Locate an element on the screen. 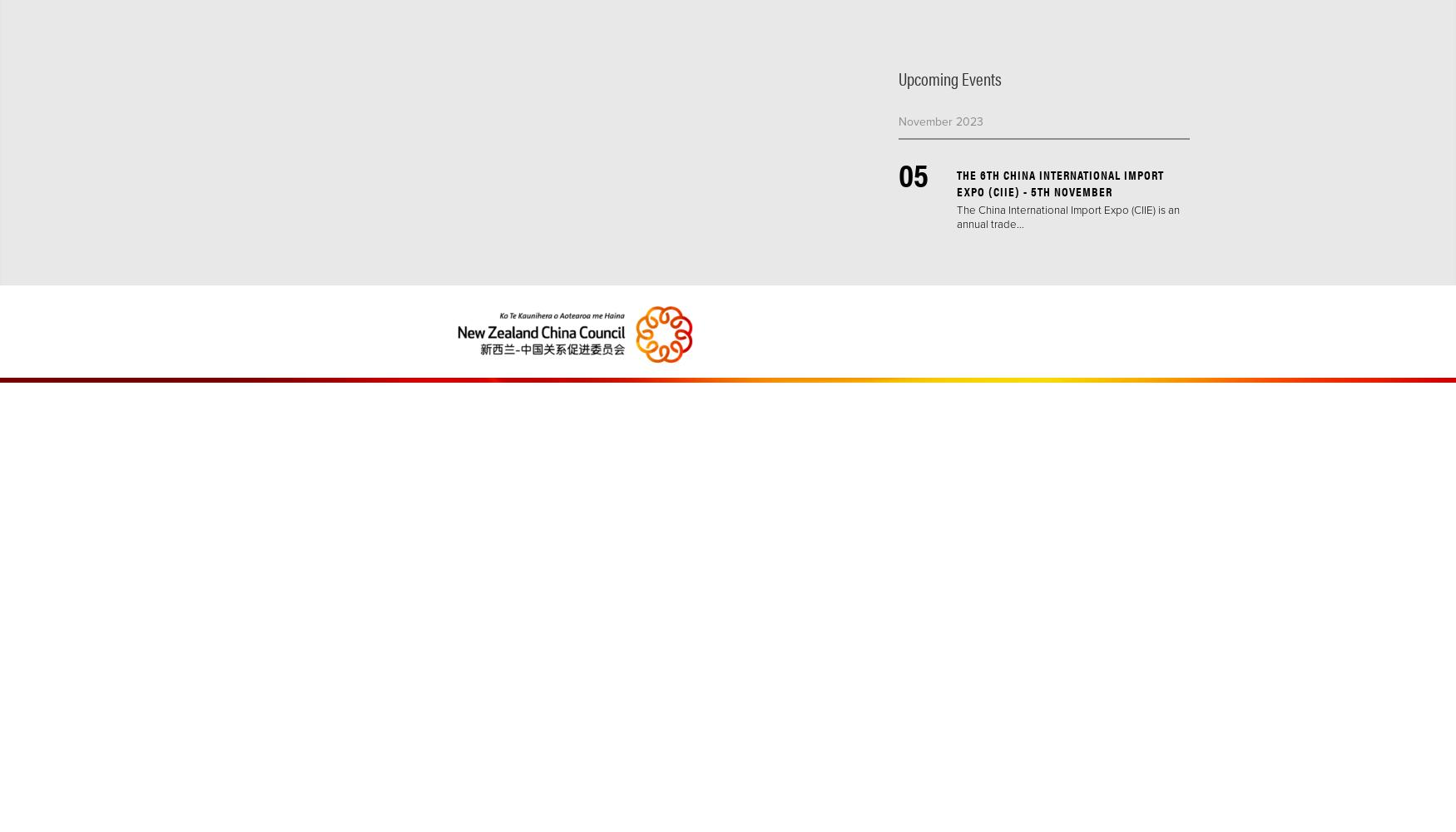 The height and width of the screenshot is (832, 1456). 'The 6th China International Import Expo (CIIE) - 5th November' is located at coordinates (1059, 181).